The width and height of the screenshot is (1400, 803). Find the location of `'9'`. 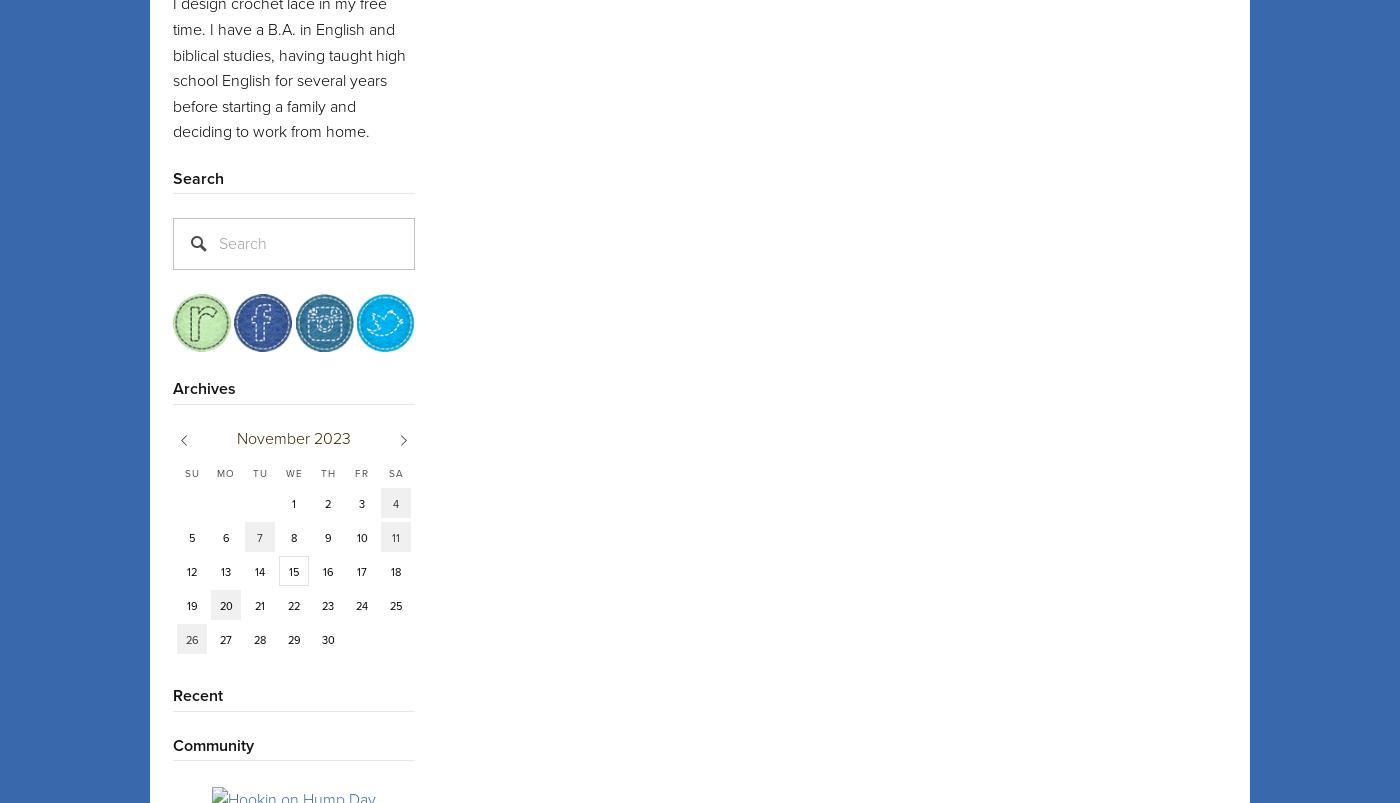

'9' is located at coordinates (327, 538).